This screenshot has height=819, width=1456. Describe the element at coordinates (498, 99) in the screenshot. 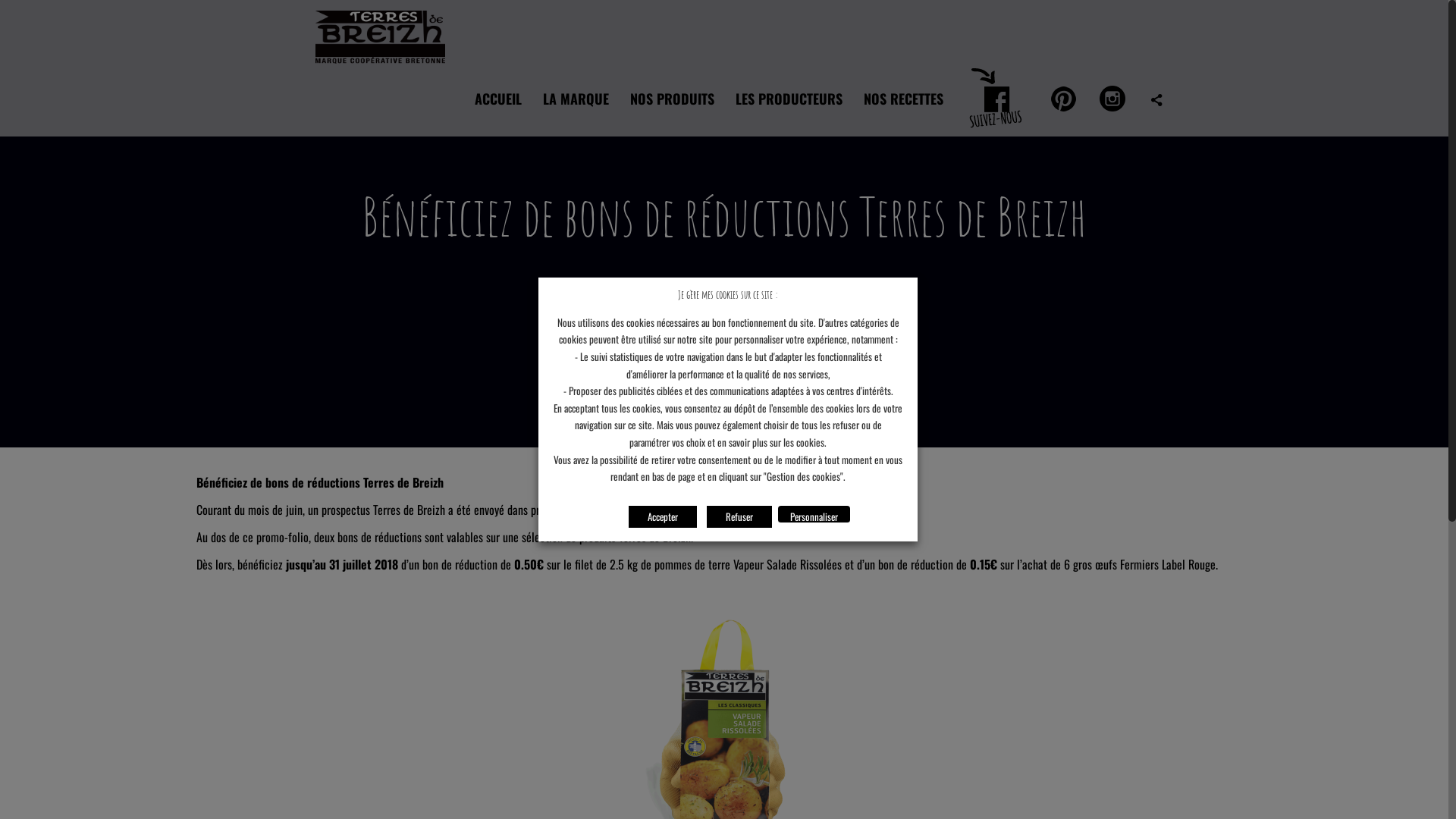

I see `'ACCUEIL'` at that location.